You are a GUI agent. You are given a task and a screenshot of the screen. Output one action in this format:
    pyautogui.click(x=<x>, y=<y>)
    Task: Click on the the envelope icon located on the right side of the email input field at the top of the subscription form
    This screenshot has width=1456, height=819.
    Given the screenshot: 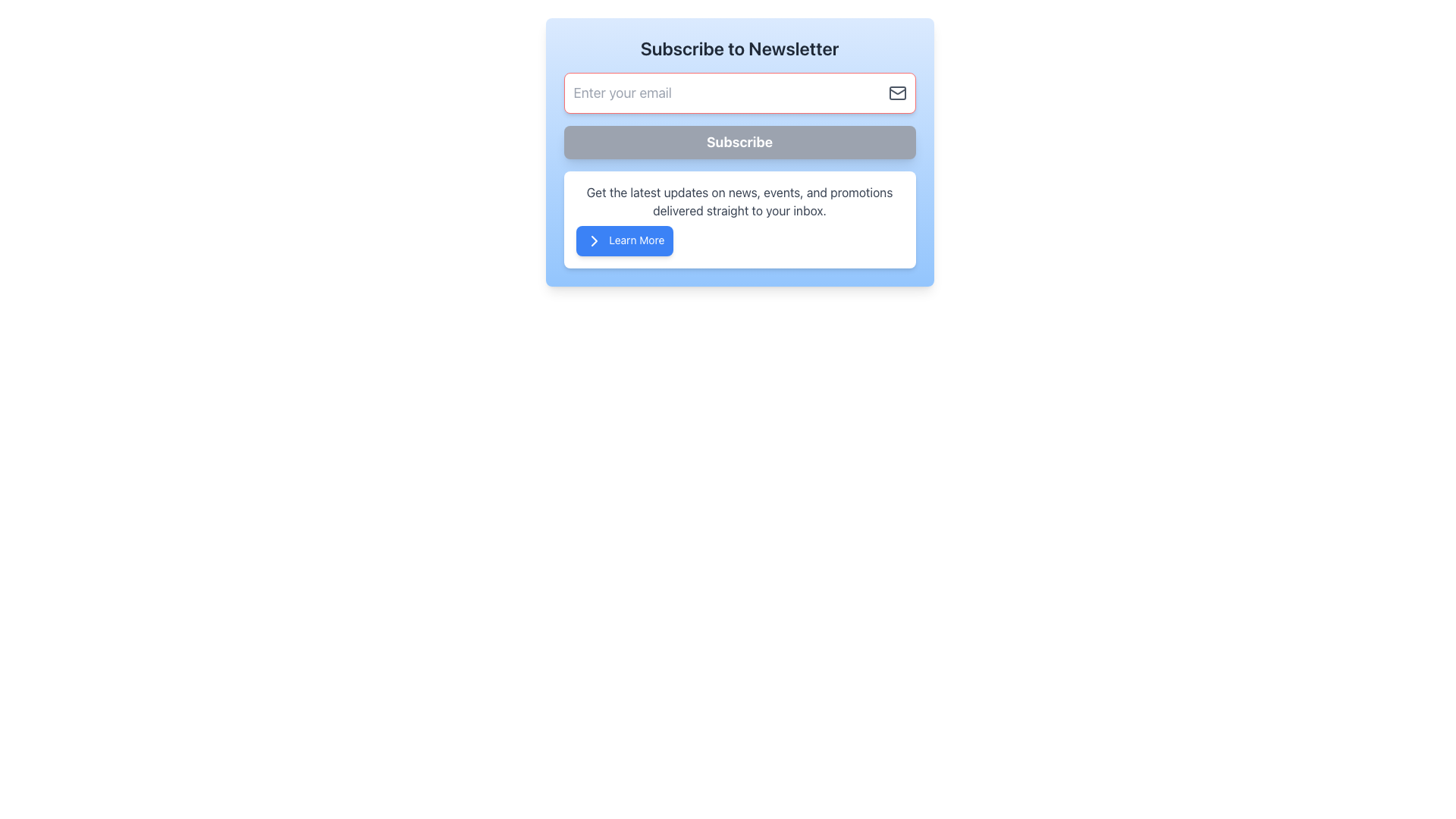 What is the action you would take?
    pyautogui.click(x=897, y=93)
    